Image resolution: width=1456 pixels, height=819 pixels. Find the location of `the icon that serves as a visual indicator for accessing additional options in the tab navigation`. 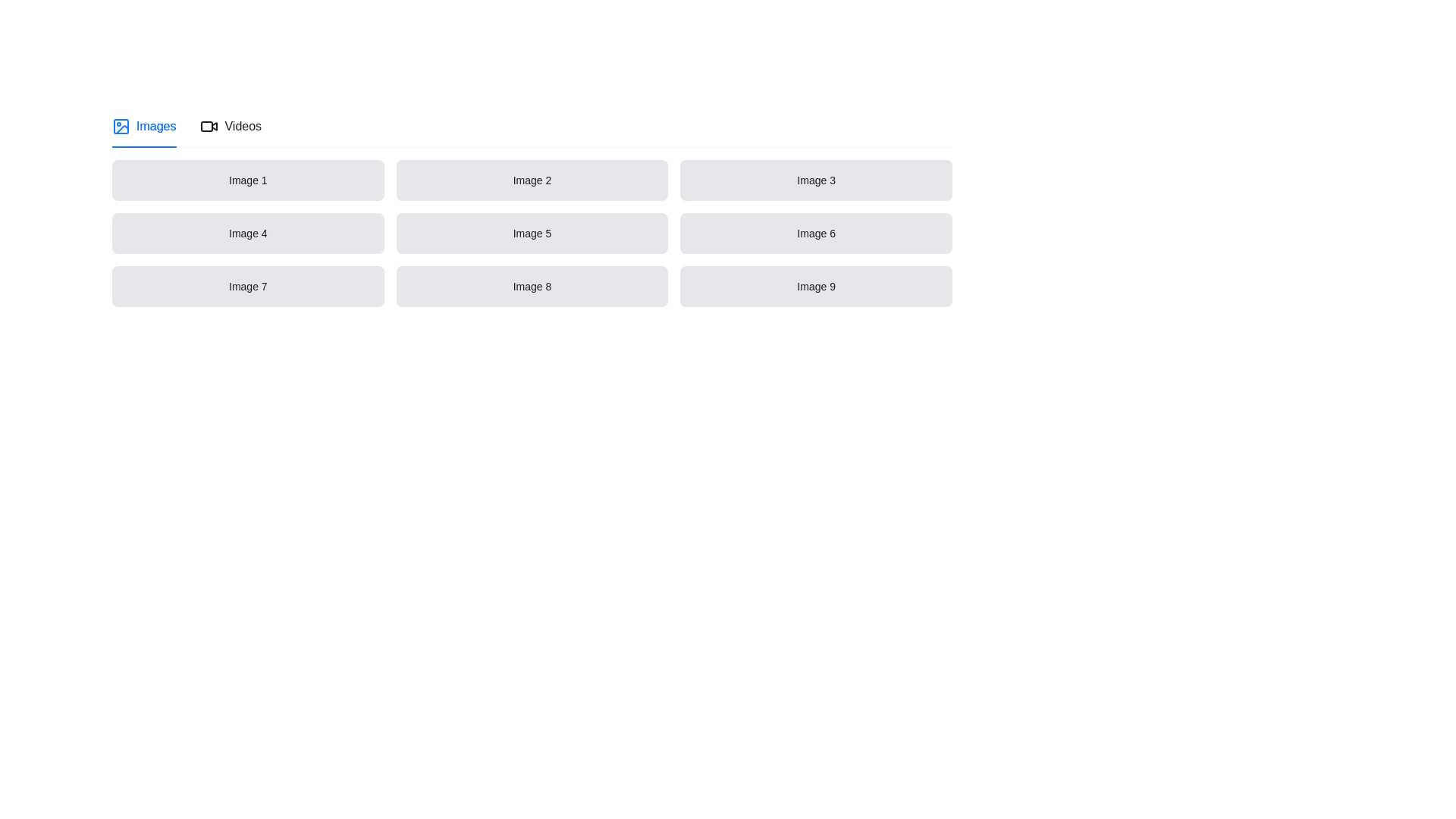

the icon that serves as a visual indicator for accessing additional options in the tab navigation is located at coordinates (130, 118).